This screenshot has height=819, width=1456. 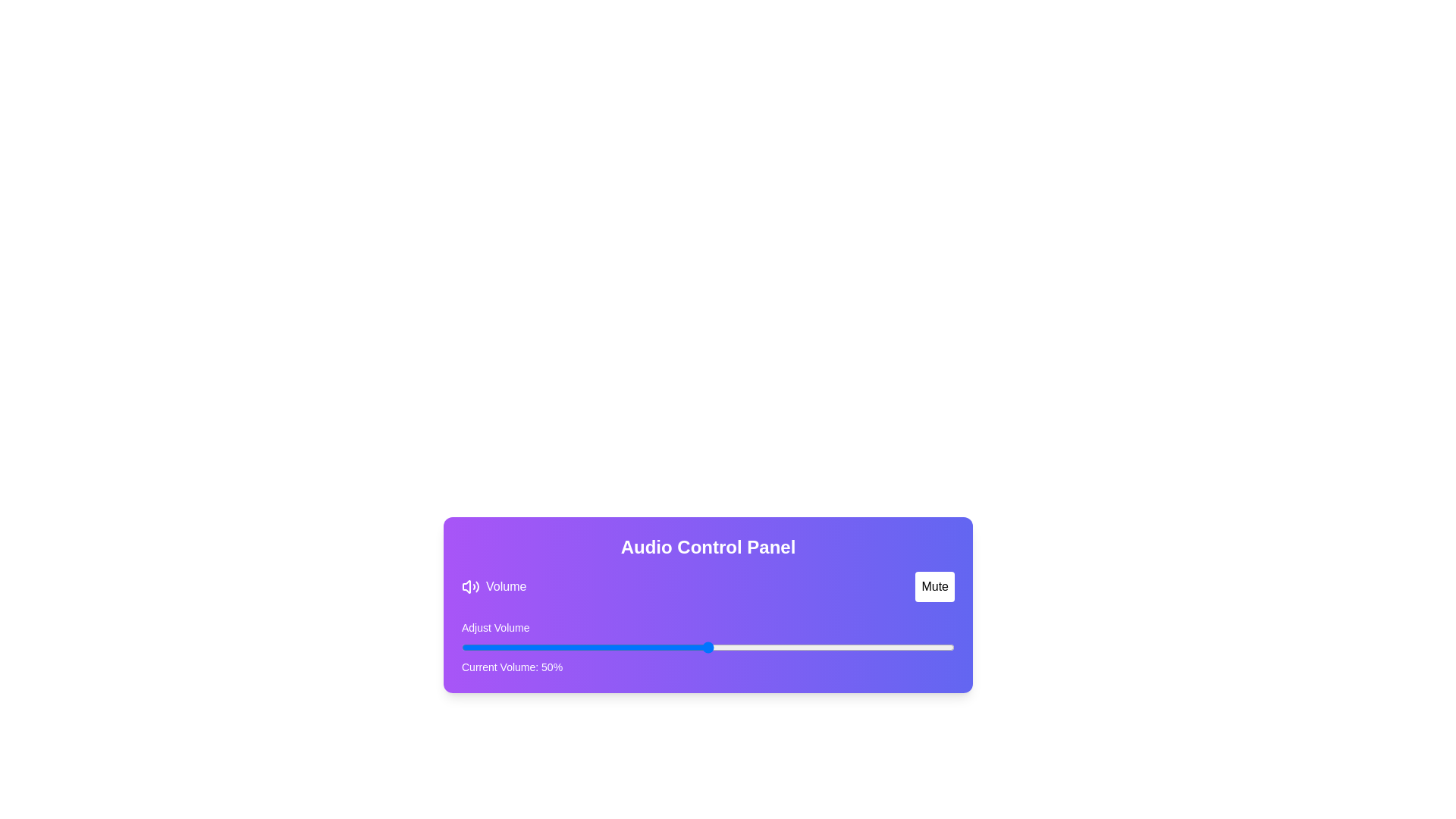 I want to click on the volume slider, so click(x=949, y=647).